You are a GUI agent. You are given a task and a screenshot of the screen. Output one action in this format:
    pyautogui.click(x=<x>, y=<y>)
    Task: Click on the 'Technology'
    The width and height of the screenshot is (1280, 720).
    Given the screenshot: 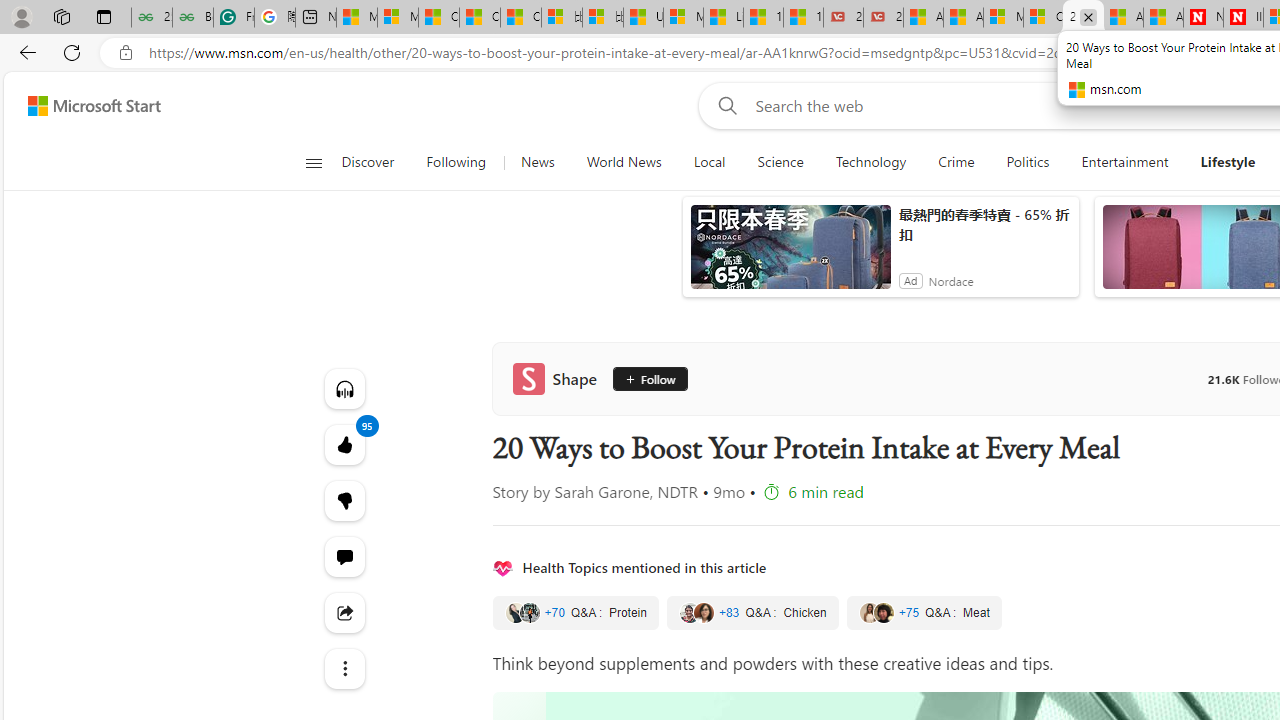 What is the action you would take?
    pyautogui.click(x=871, y=162)
    